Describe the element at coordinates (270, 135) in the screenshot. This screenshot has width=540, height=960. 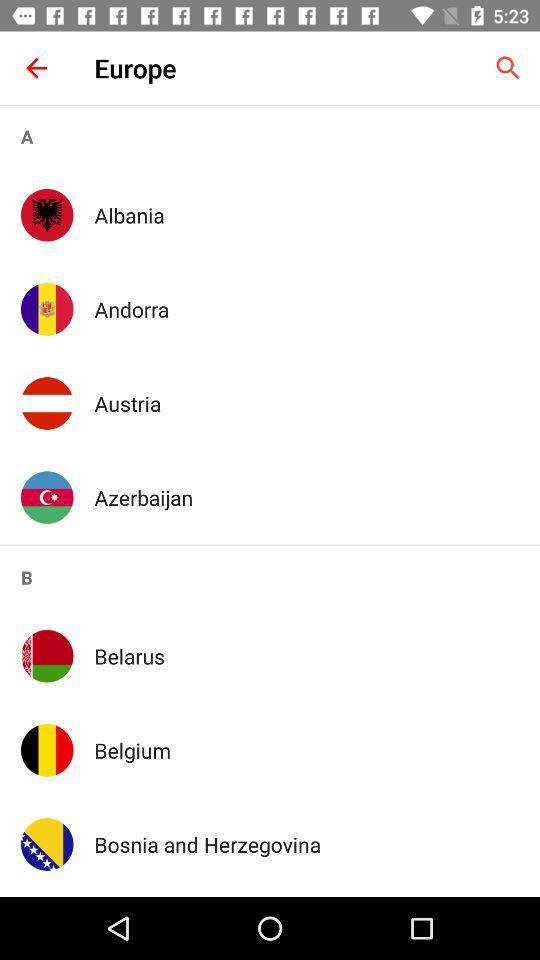
I see `the a app` at that location.